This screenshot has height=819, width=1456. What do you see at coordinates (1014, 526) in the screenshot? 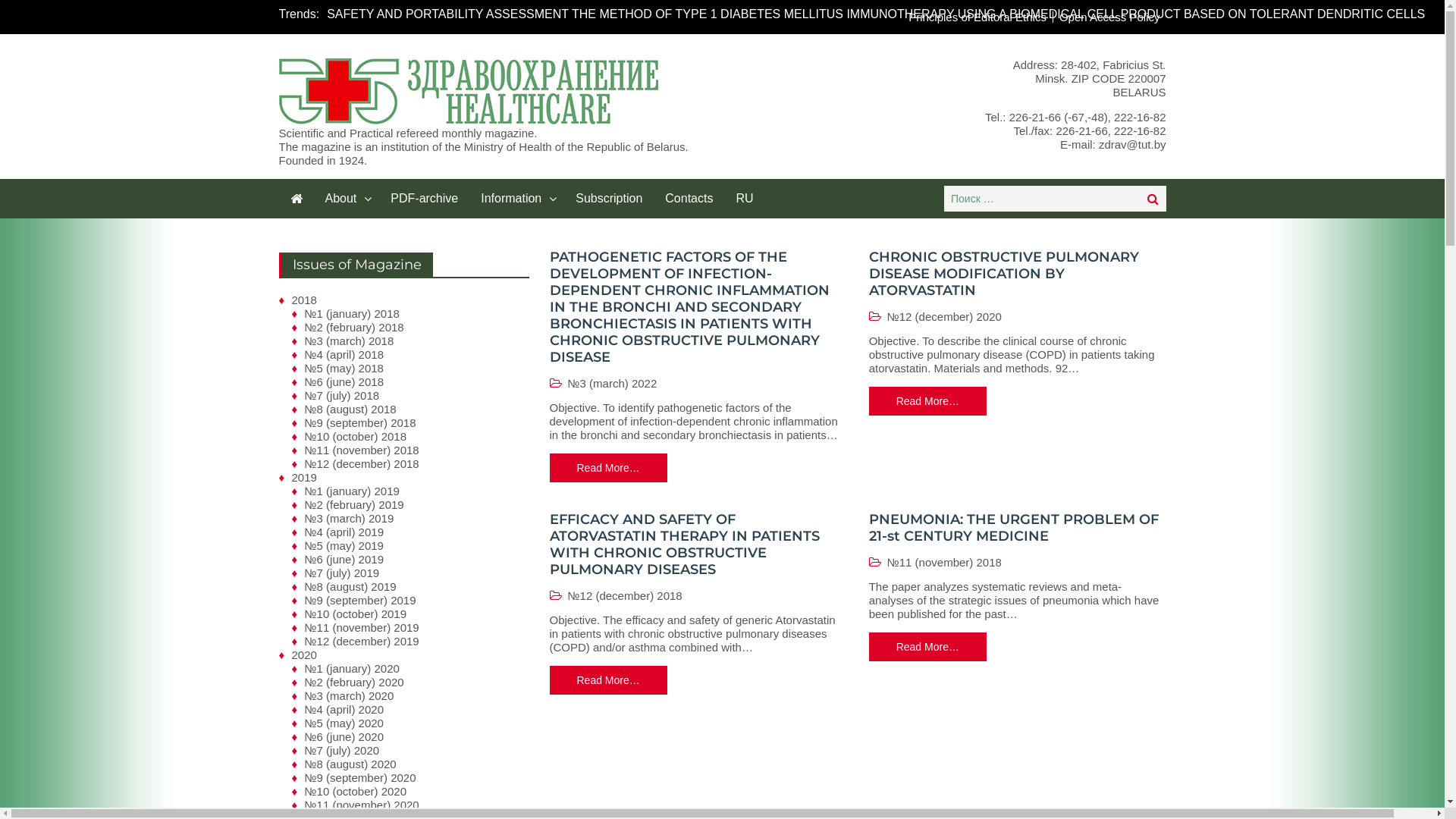
I see `'PNEUMONIA: THE URGENT PROBLEM OF 21-st CENTURY MEDICINE'` at bounding box center [1014, 526].